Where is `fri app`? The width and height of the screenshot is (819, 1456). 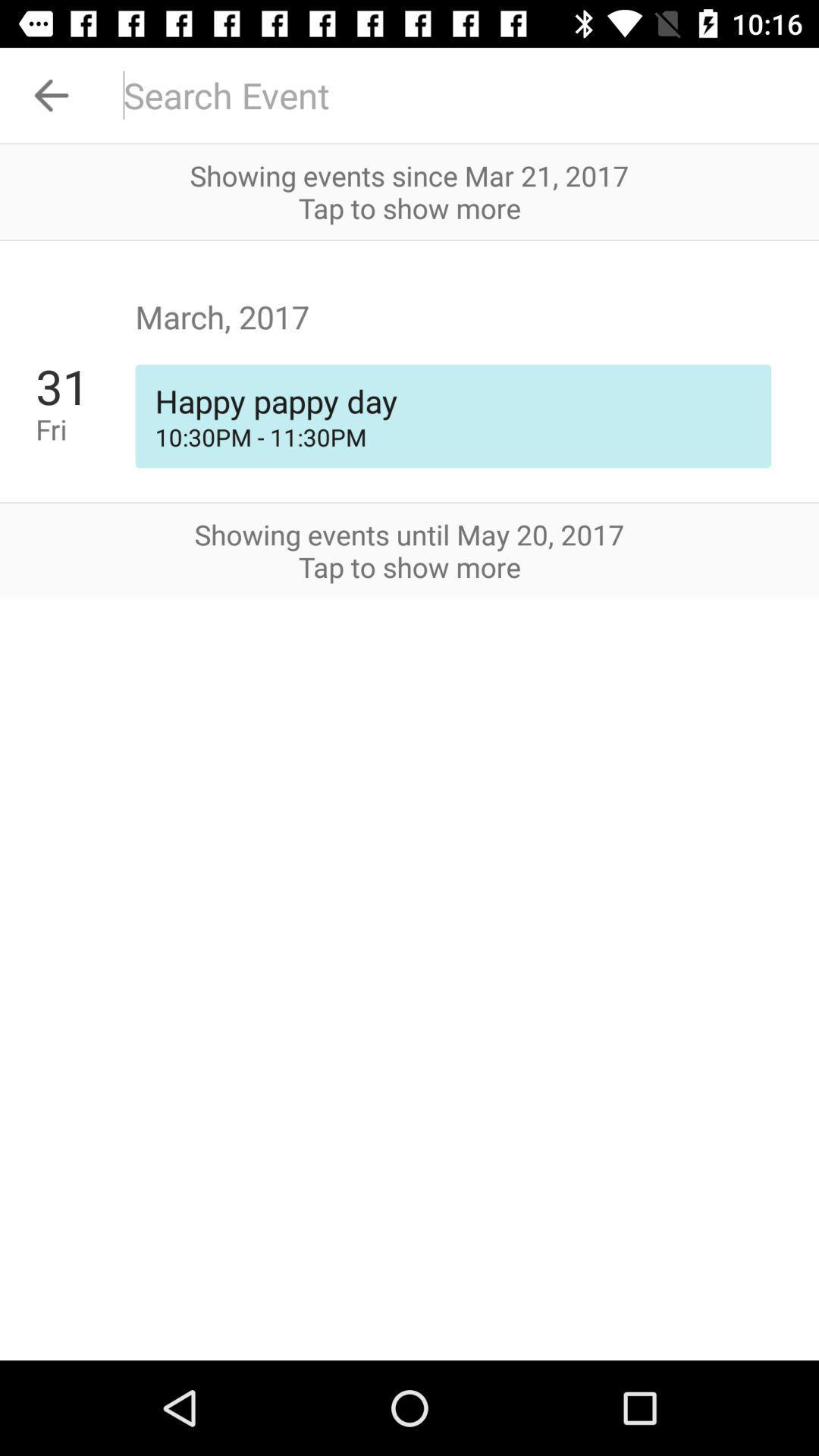
fri app is located at coordinates (85, 428).